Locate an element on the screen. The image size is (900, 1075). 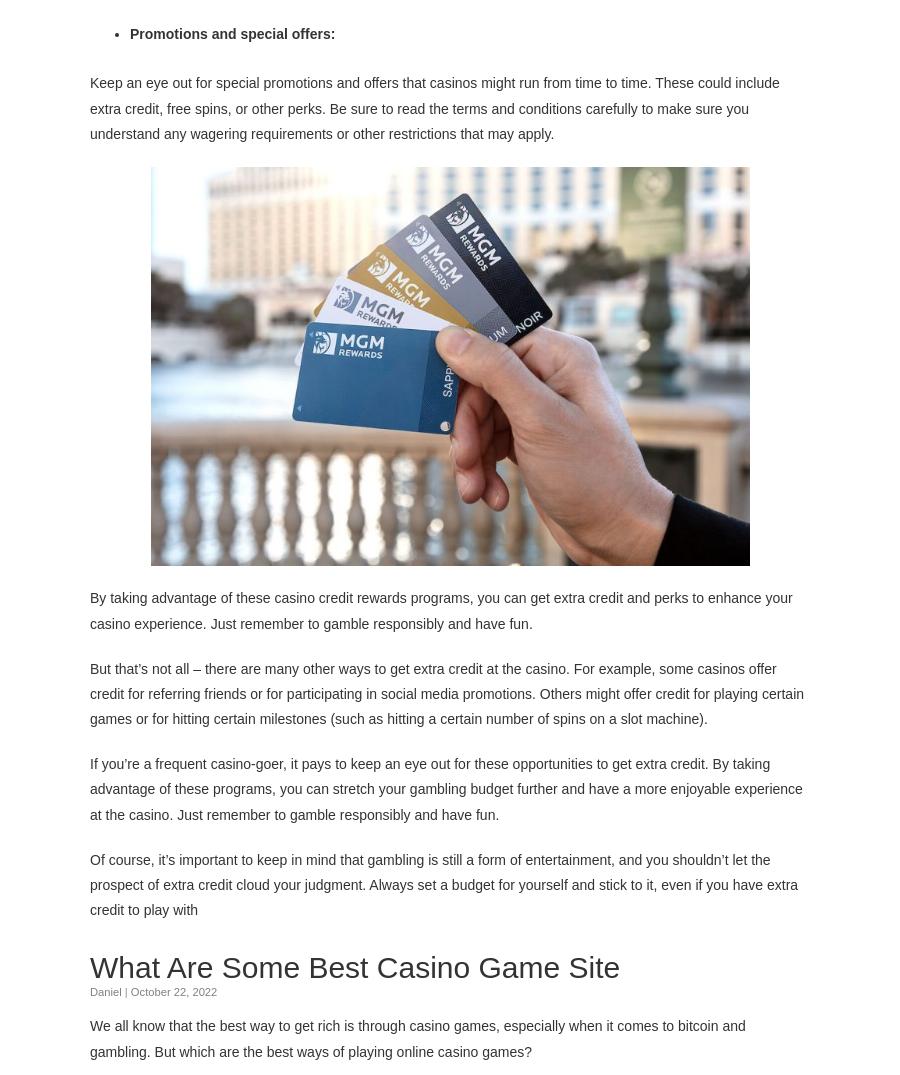
'What Are Some Best Casino Game Site' is located at coordinates (354, 967).